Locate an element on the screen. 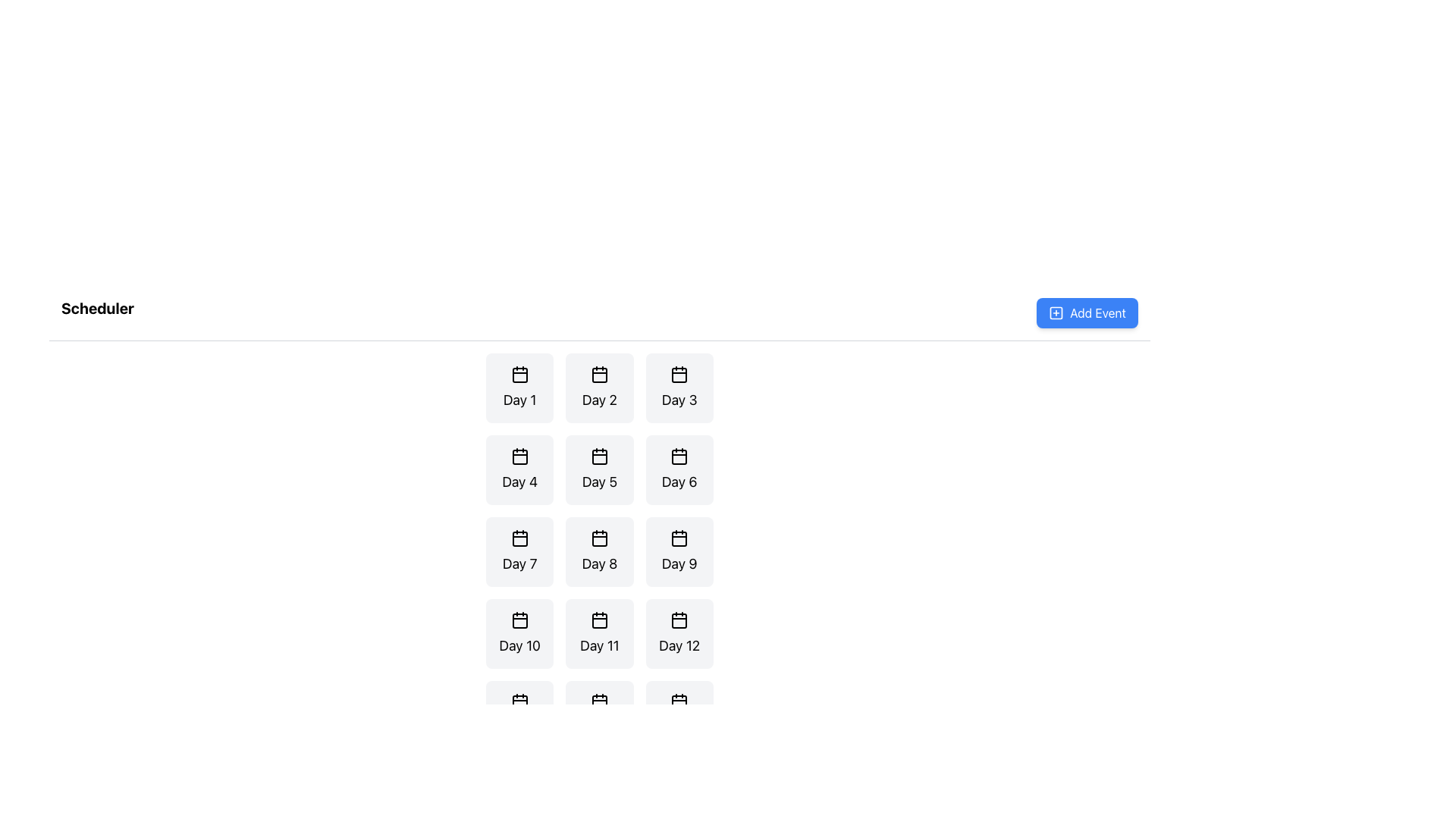  the calendar icon located in the bottom right of the main grid under the 'Day 12' label is located at coordinates (679, 620).